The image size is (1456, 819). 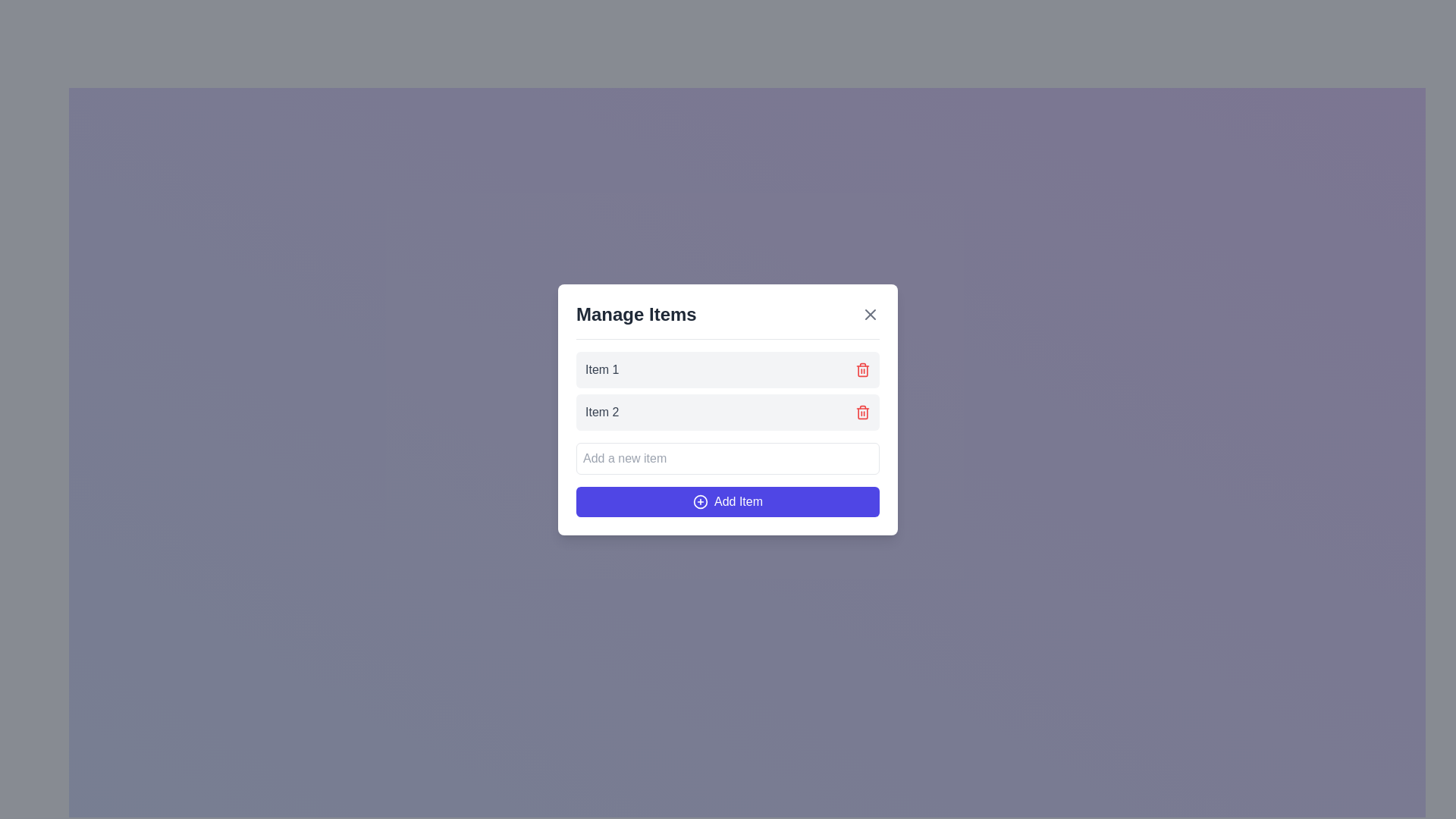 I want to click on the gray 'X' close button located in the top-right corner of the 'Manage Items' dialog box, so click(x=870, y=313).